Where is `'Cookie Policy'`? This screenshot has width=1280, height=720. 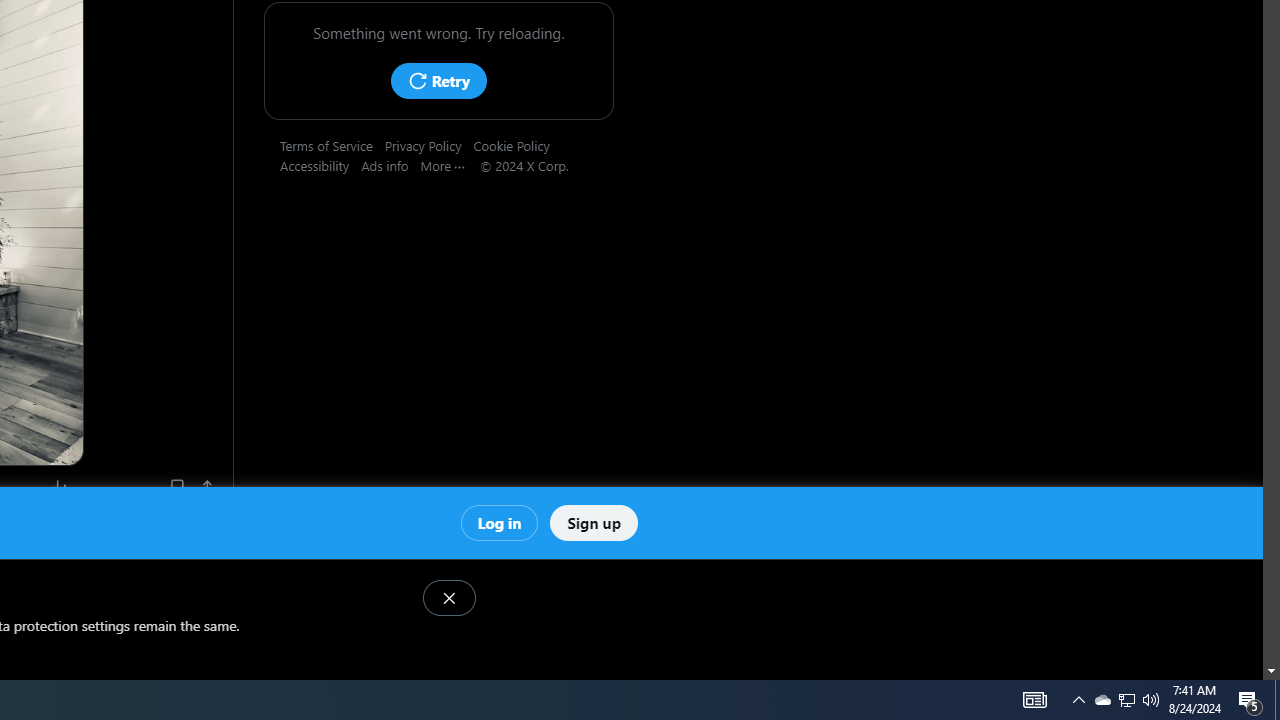
'Cookie Policy' is located at coordinates (517, 144).